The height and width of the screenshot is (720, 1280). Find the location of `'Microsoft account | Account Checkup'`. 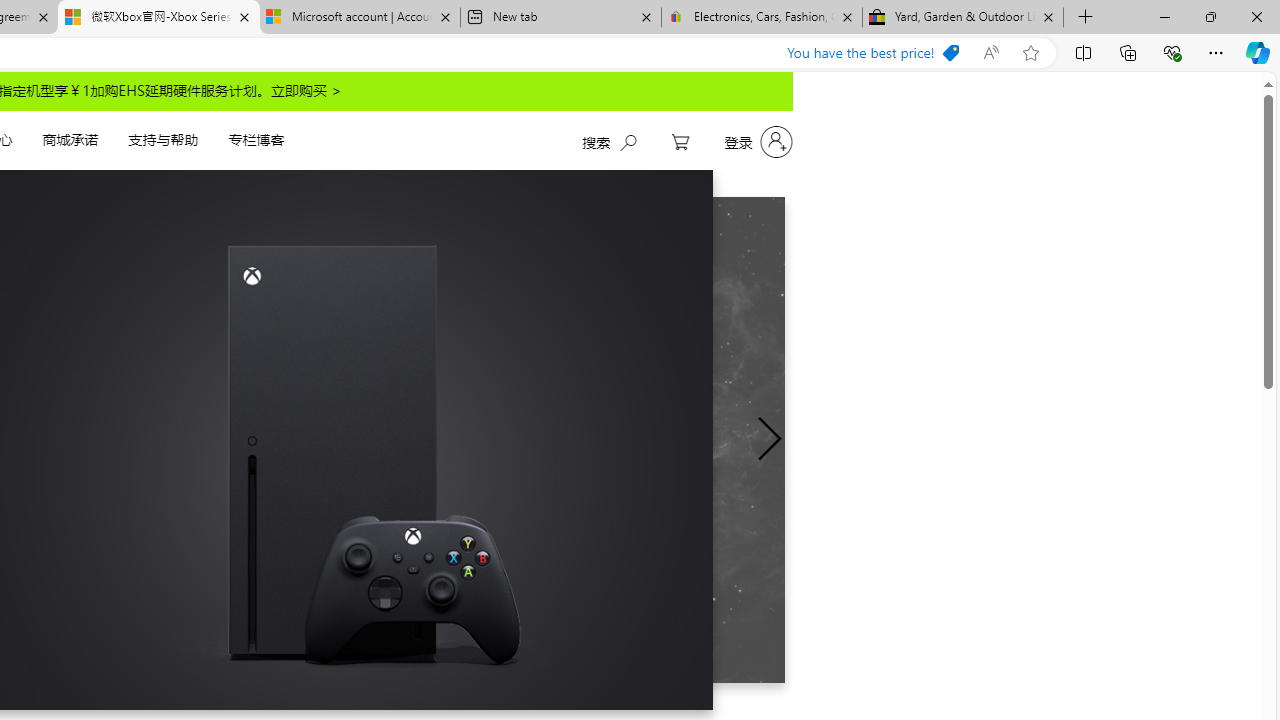

'Microsoft account | Account Checkup' is located at coordinates (359, 17).